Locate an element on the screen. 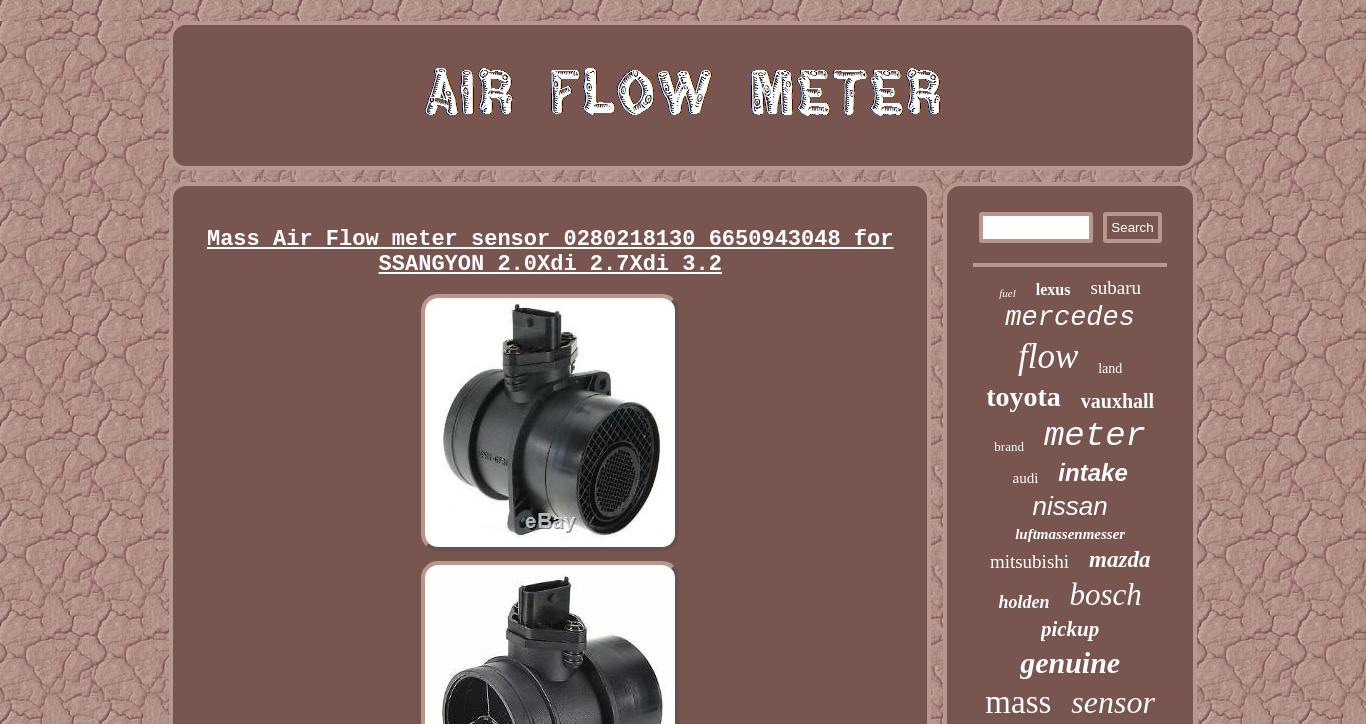  'flow' is located at coordinates (1046, 355).